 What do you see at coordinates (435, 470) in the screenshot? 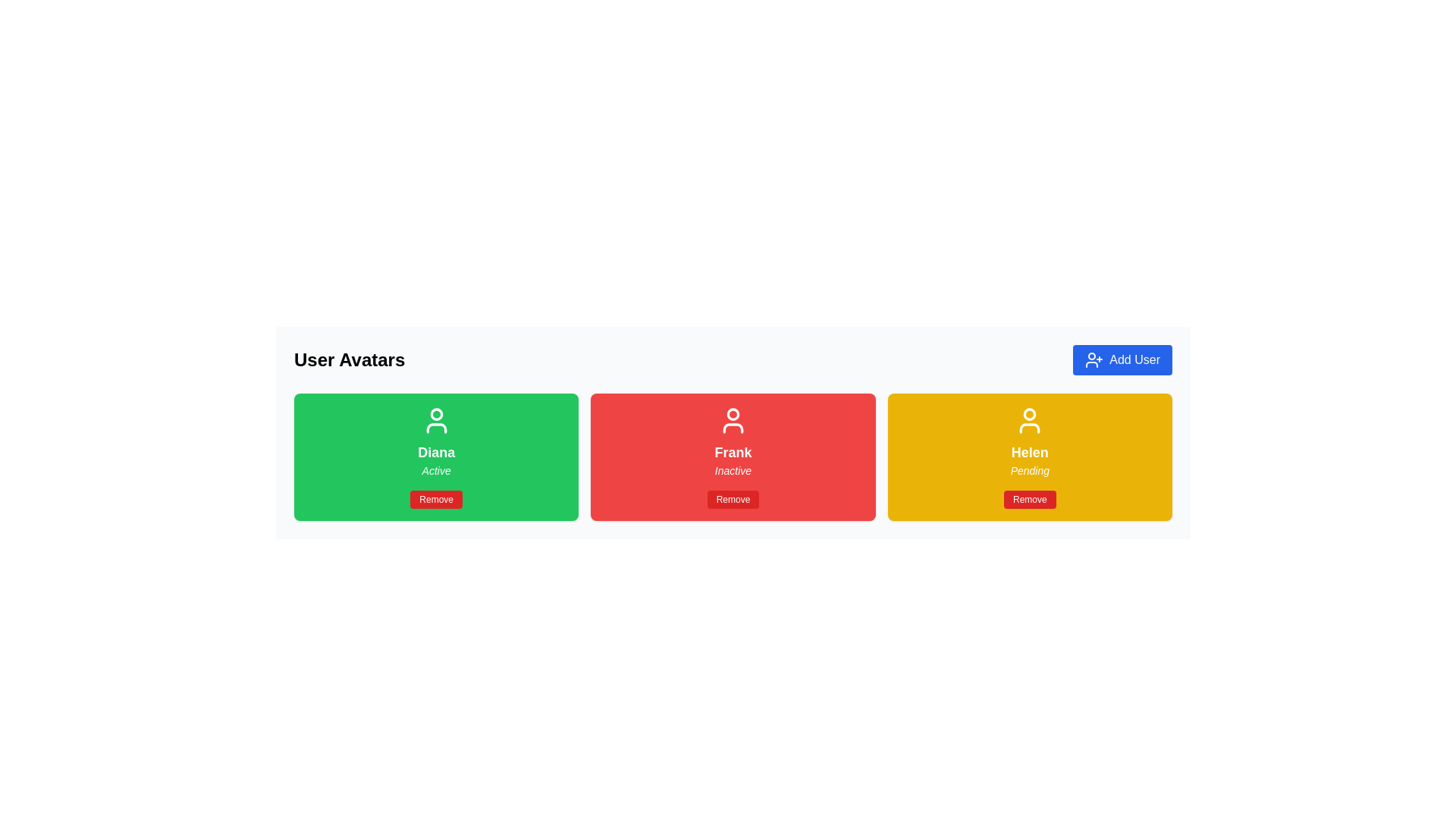
I see `the status text indicating that the user 'Diana' is 'Active', which is located within her user card, centered below the username and above the 'Remove' button` at bounding box center [435, 470].